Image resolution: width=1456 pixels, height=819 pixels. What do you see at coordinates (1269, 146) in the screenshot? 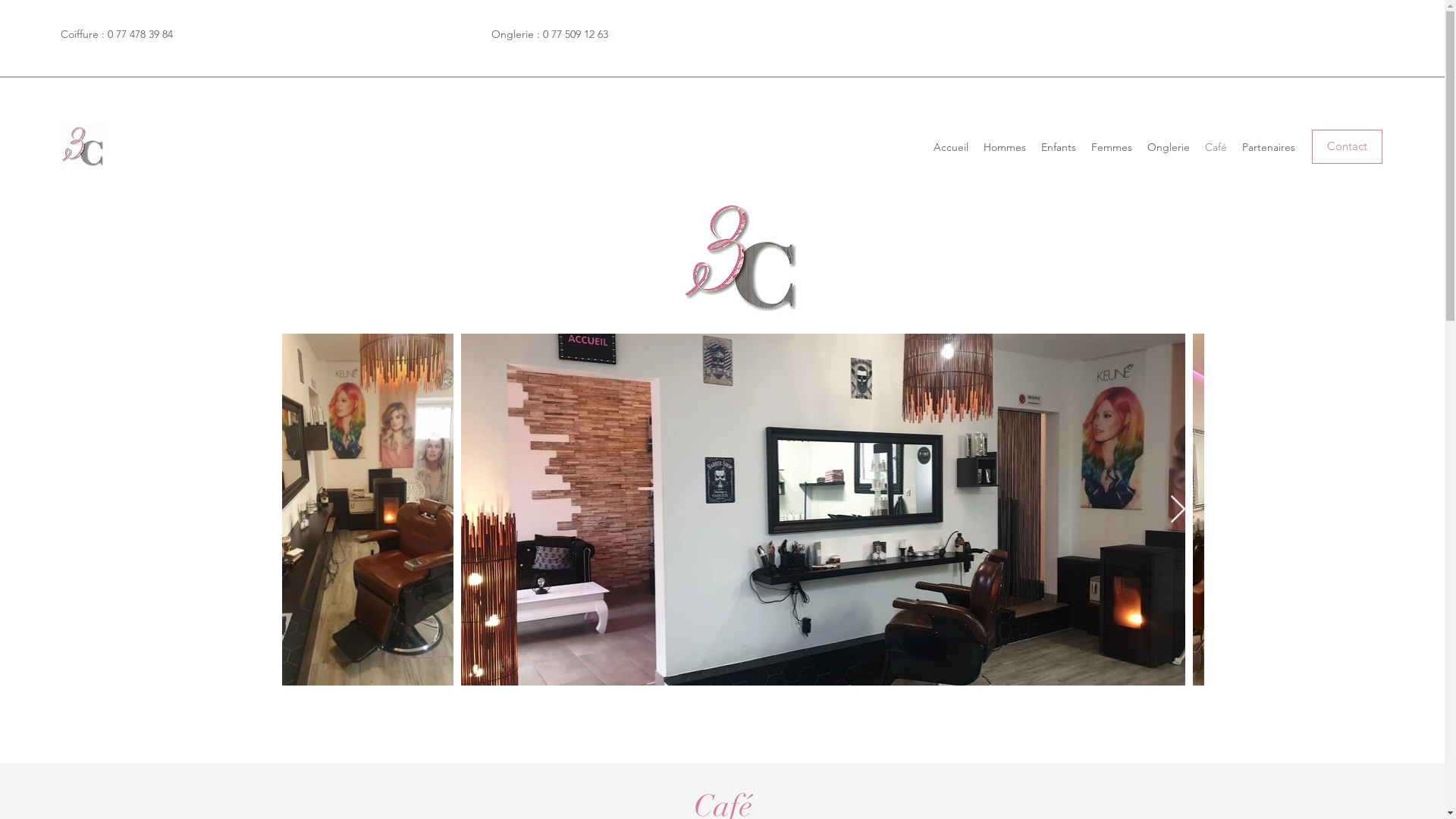
I see `'Partenaires'` at bounding box center [1269, 146].